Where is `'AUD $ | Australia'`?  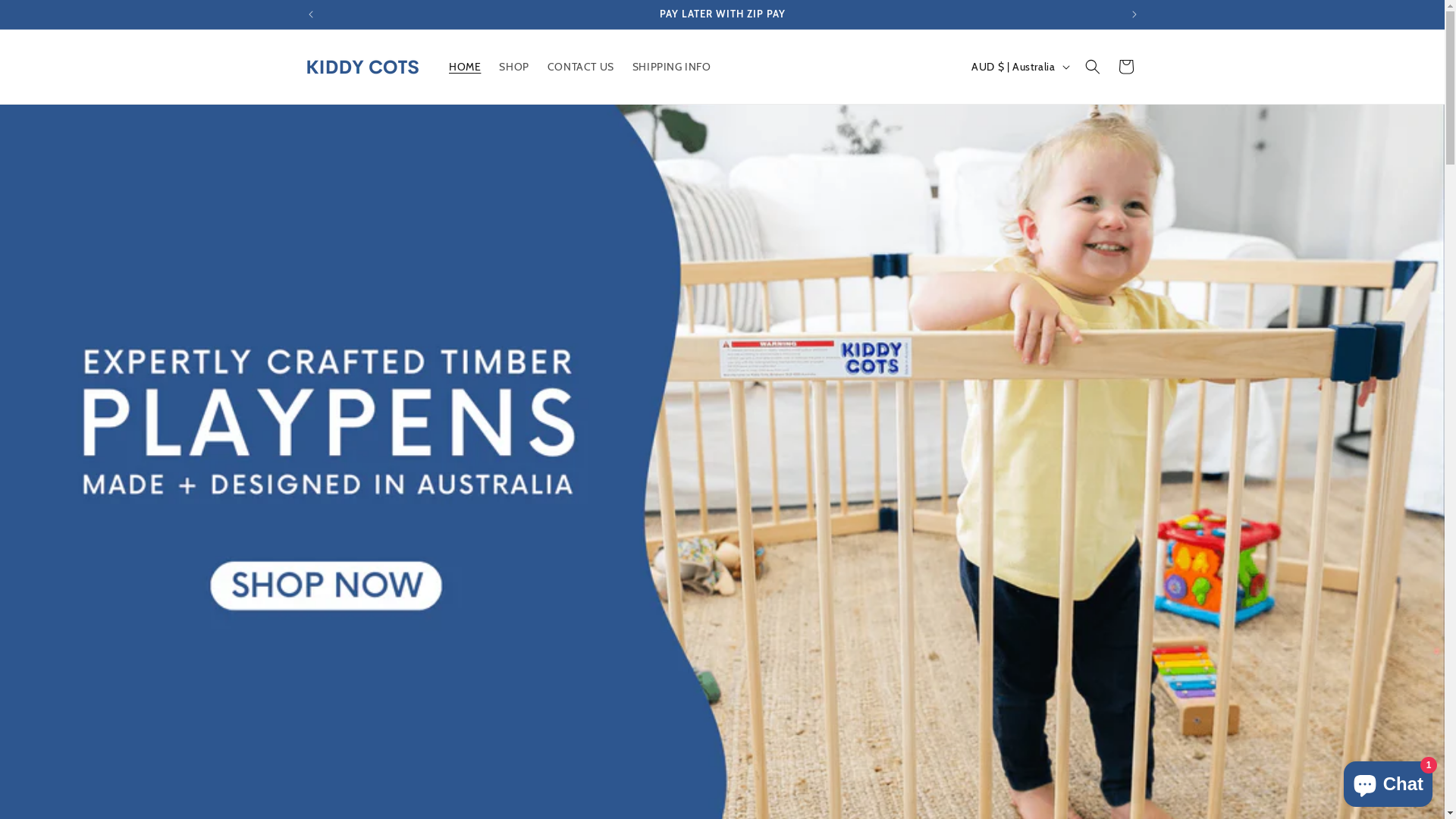
'AUD $ | Australia' is located at coordinates (1018, 66).